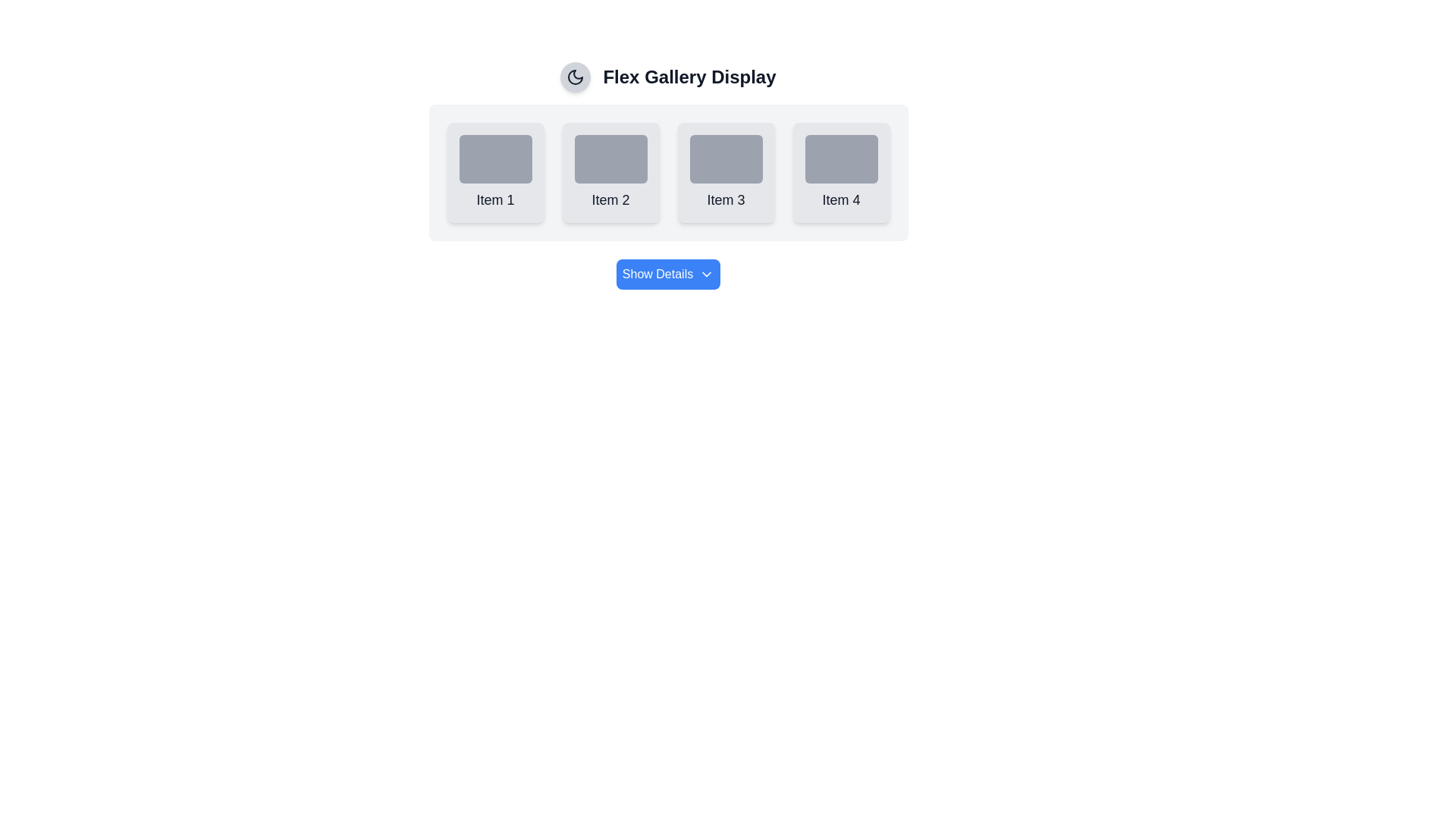  Describe the element at coordinates (667, 265) in the screenshot. I see `the blue rectangular button labeled 'Show Details' with a chevron pointing downwards` at that location.